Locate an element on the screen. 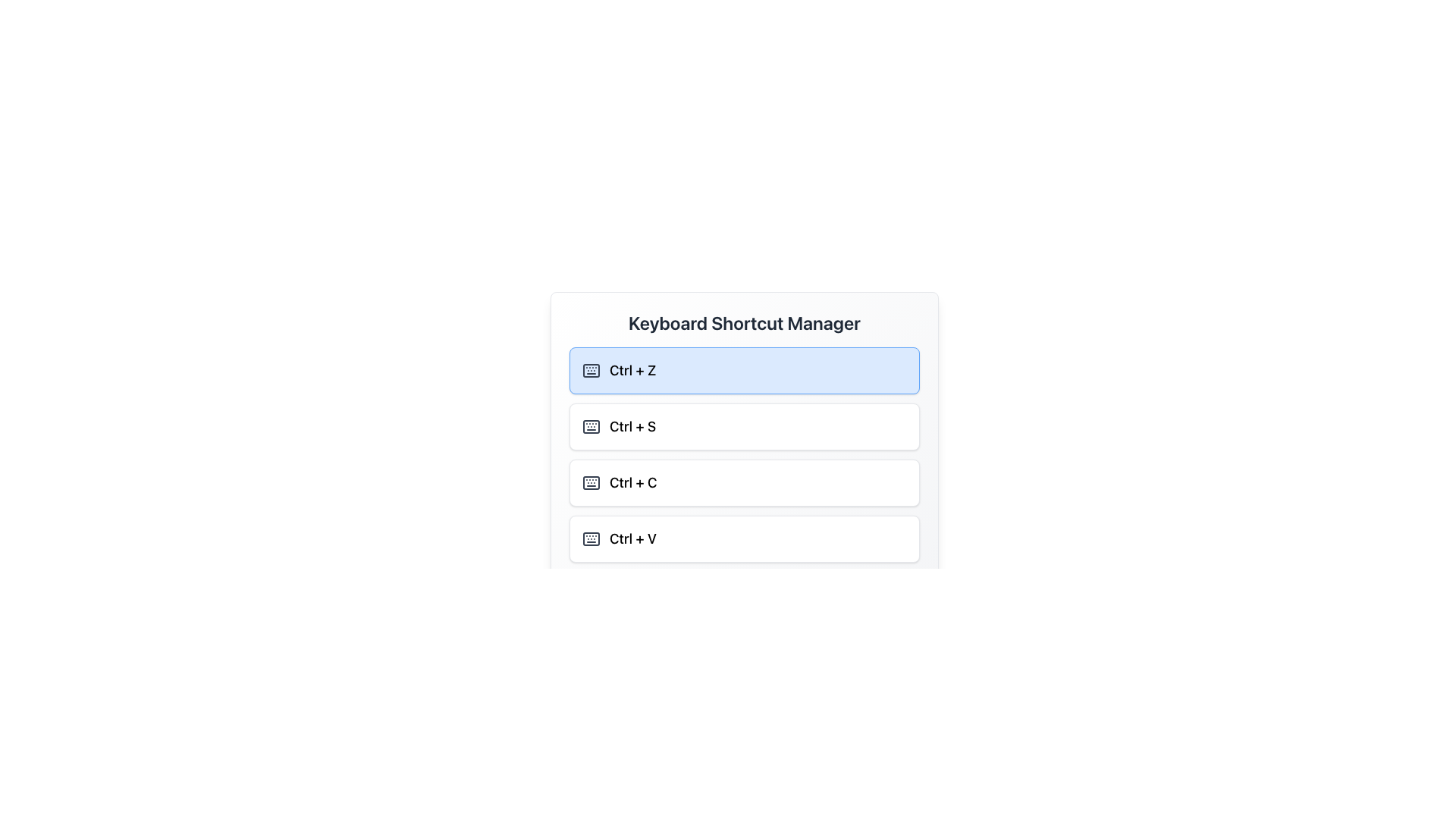  the title 'Keyboard Shortcut Manager' which is a bold heading centered at the top of the panel displaying shortcut options is located at coordinates (745, 322).